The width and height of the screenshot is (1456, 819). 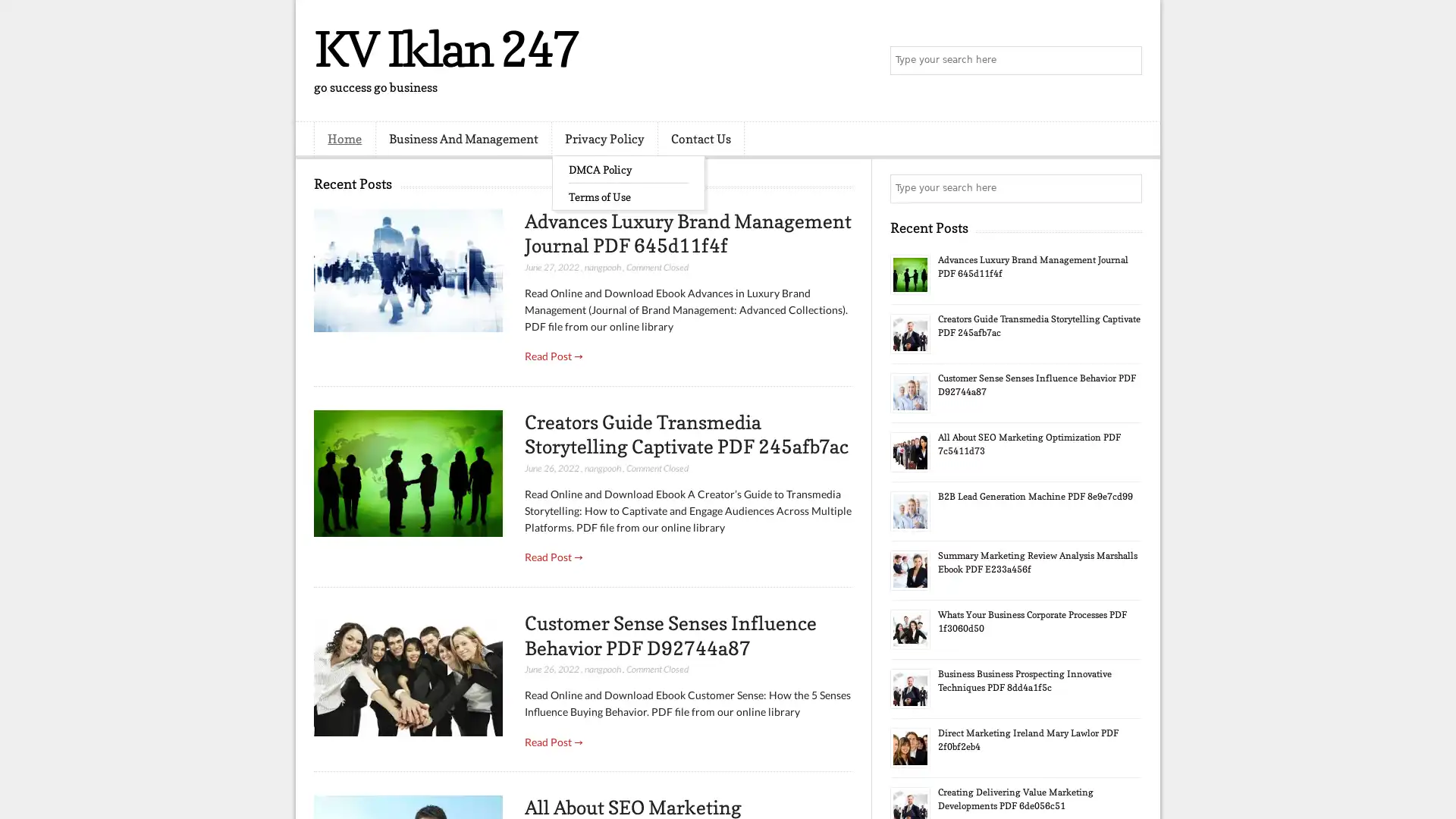 I want to click on Search, so click(x=1126, y=188).